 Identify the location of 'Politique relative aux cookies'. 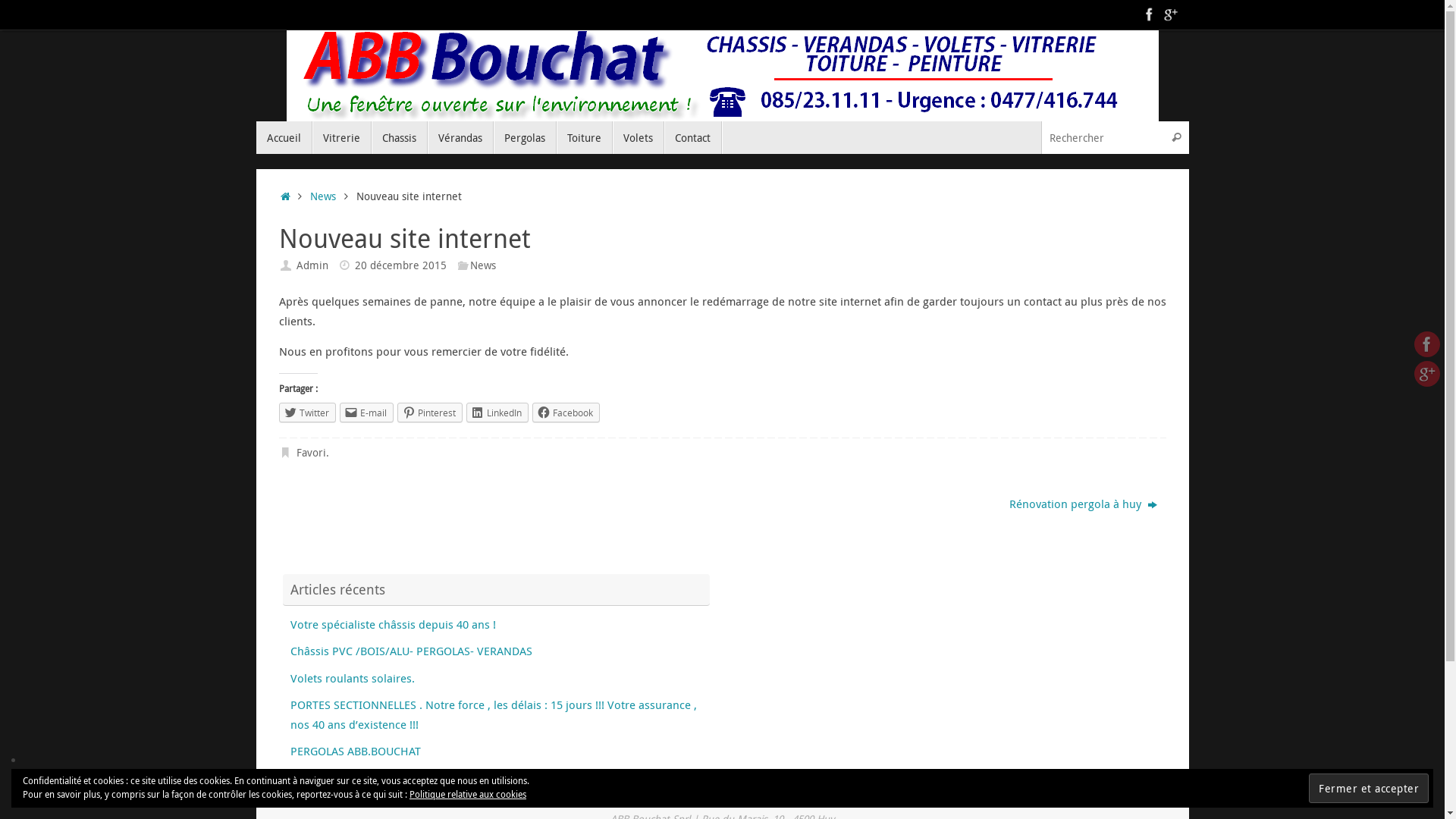
(409, 792).